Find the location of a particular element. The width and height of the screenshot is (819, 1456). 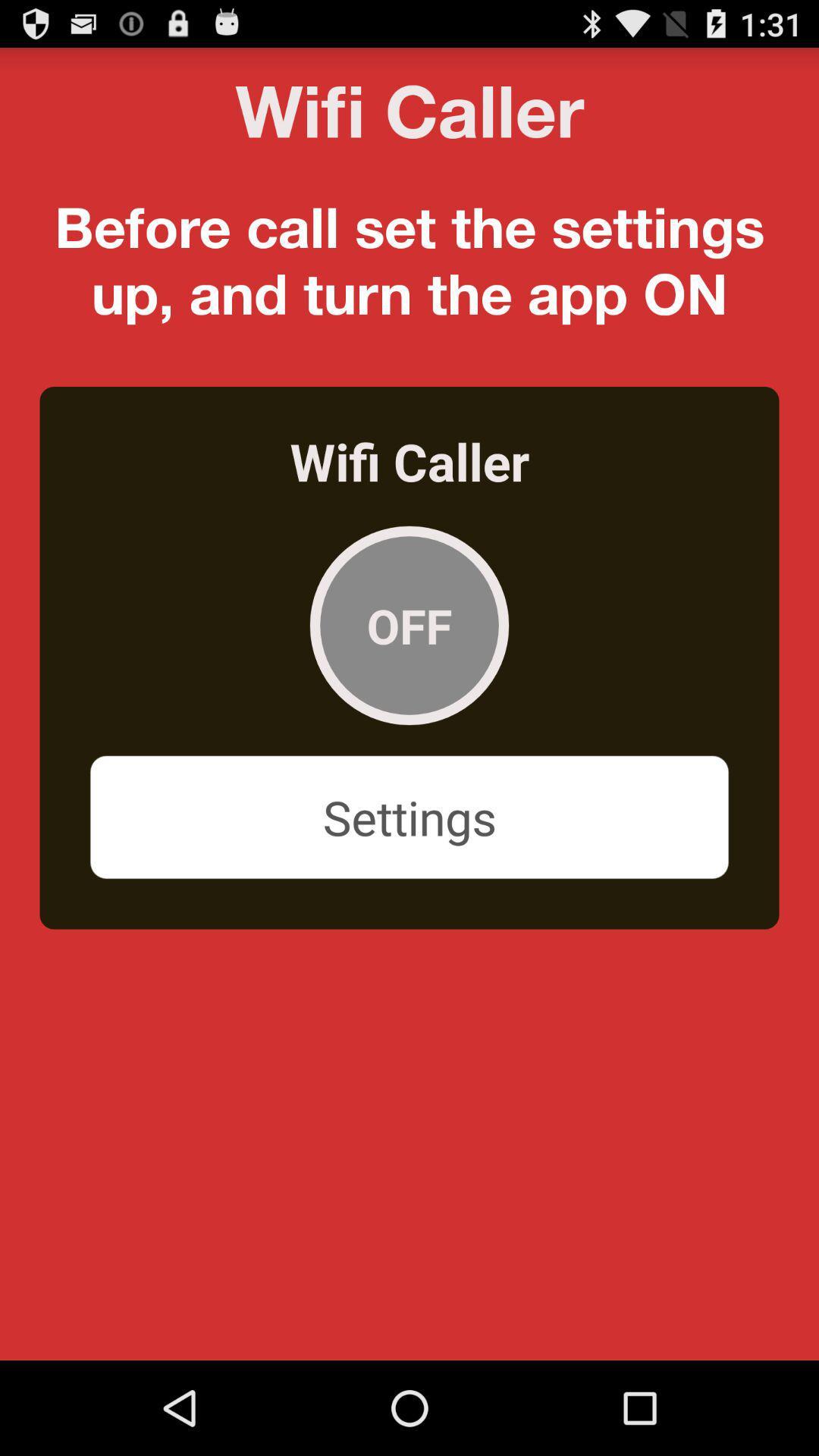

item above the settings icon is located at coordinates (409, 626).